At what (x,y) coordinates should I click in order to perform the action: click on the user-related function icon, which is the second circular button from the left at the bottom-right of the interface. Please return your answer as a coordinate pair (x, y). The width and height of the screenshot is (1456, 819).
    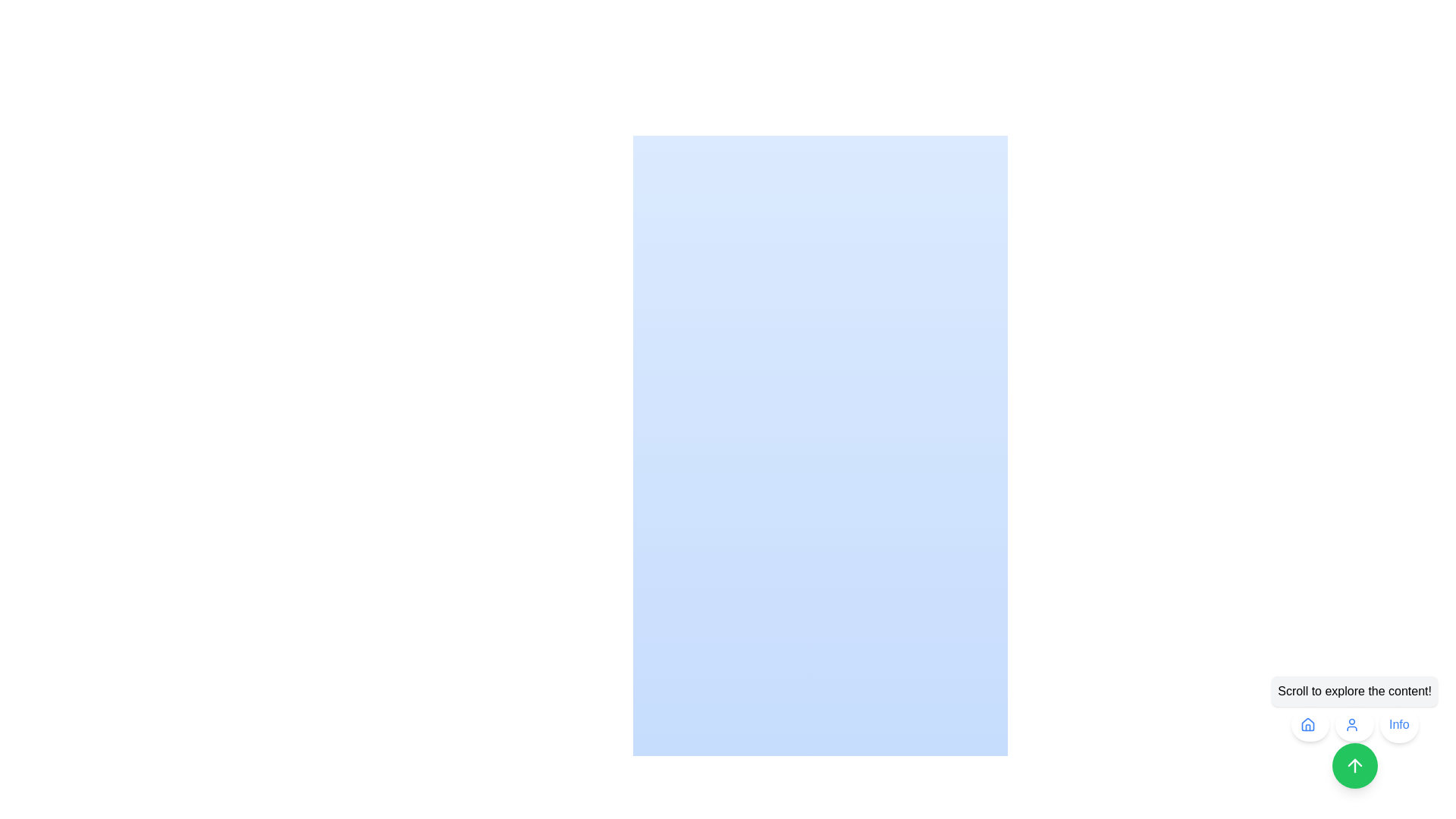
    Looking at the image, I should click on (1352, 724).